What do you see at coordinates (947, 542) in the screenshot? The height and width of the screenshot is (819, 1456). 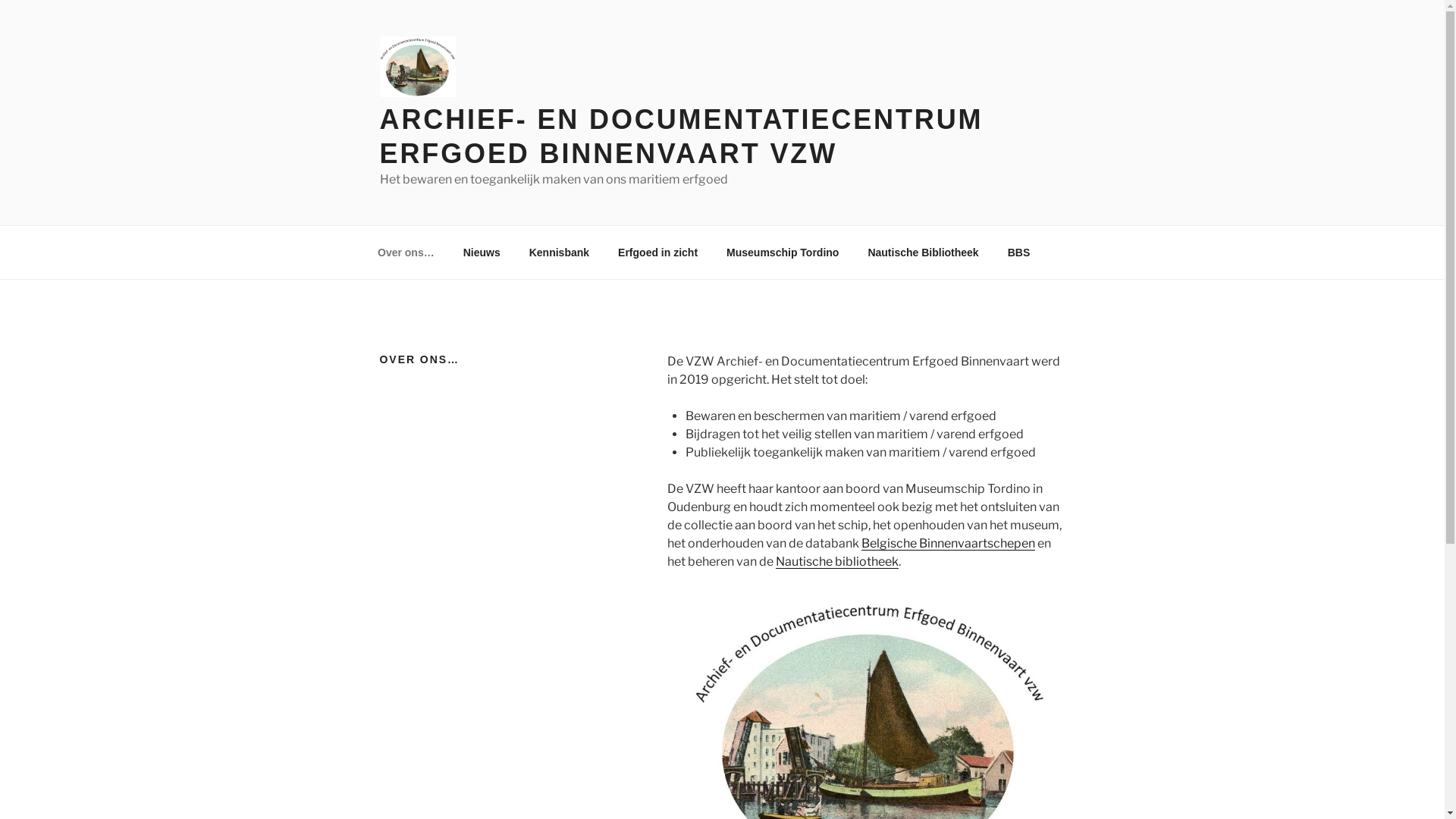 I see `'Belgische Binnenvaartschepen'` at bounding box center [947, 542].